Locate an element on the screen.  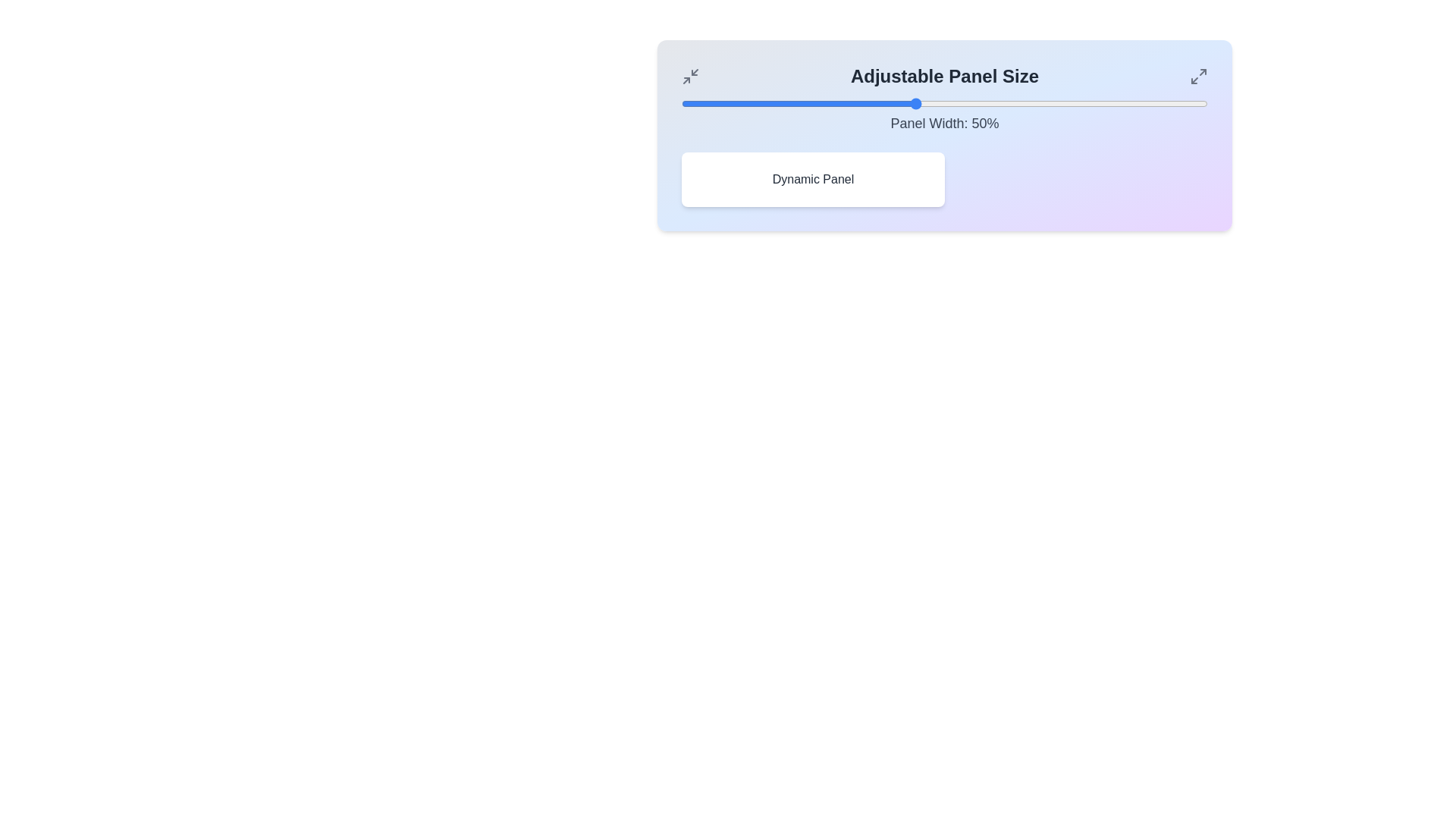
the panel width is located at coordinates (1103, 103).